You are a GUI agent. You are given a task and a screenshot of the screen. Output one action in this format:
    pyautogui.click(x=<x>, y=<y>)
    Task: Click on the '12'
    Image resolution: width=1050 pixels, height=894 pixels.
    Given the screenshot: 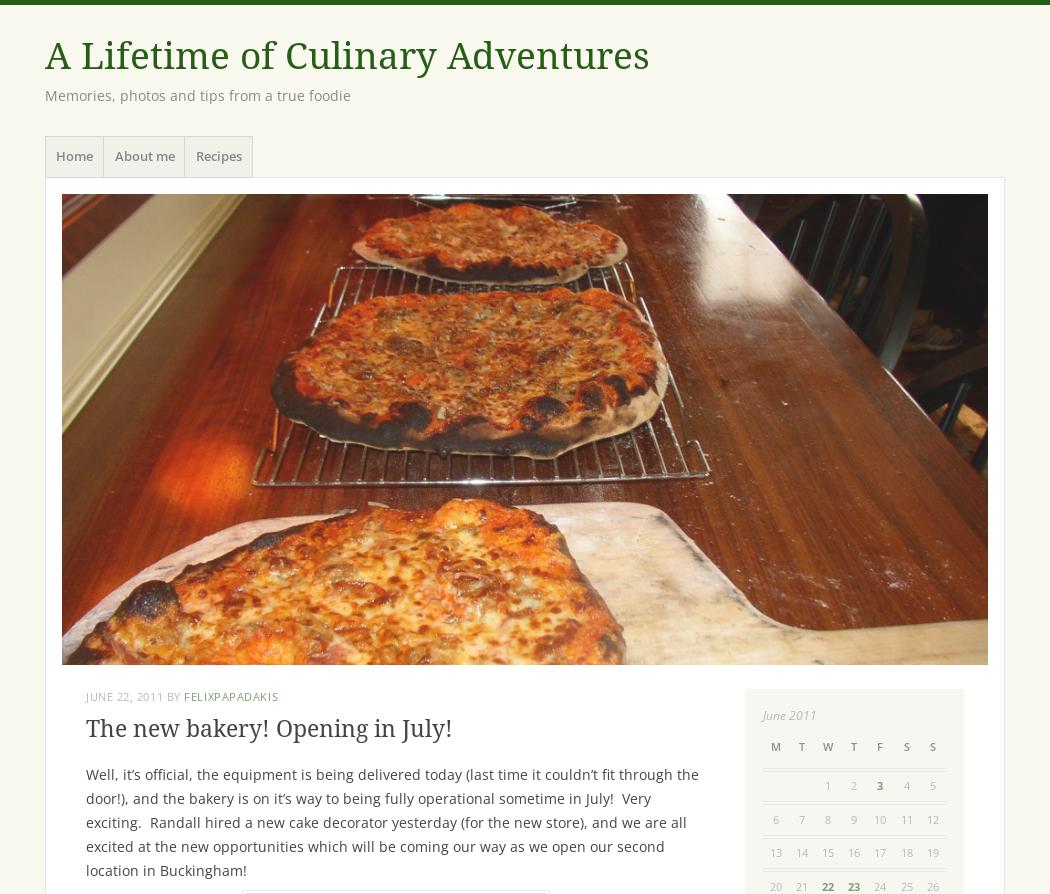 What is the action you would take?
    pyautogui.click(x=931, y=817)
    